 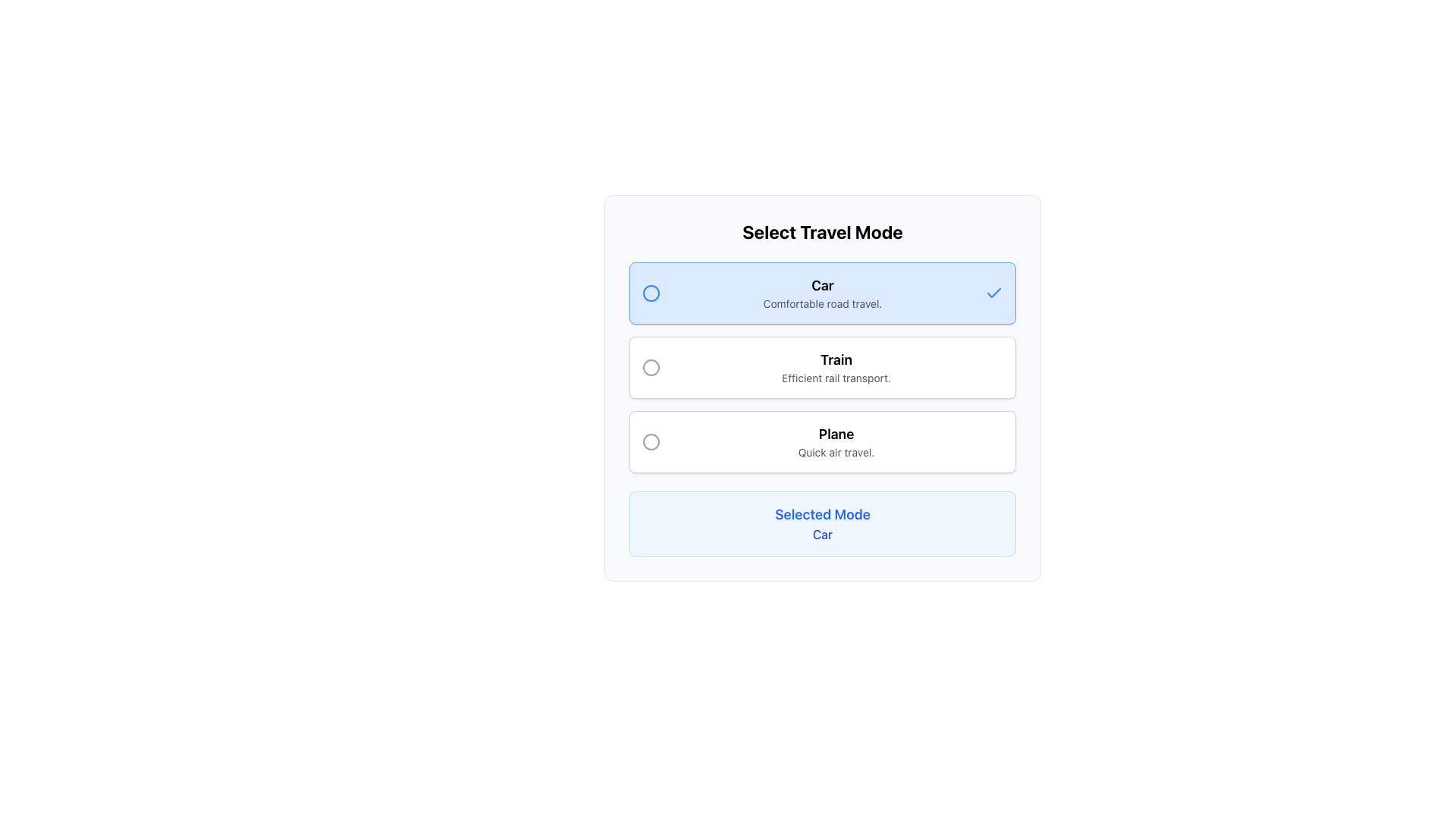 I want to click on the travel mode selection title text label to highlight it, so click(x=821, y=231).